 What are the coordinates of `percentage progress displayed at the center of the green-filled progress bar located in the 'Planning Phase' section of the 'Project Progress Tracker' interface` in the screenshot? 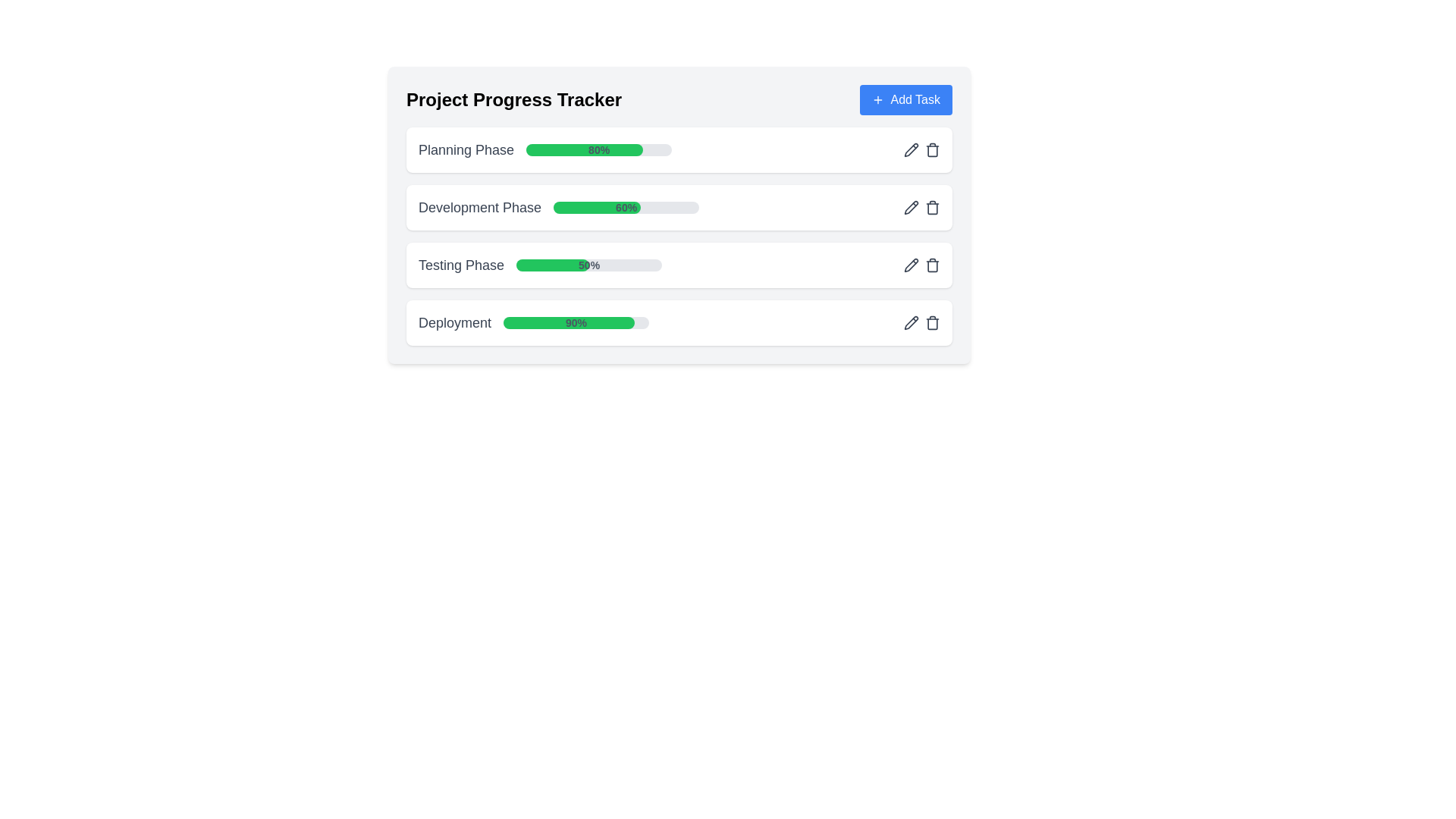 It's located at (598, 149).